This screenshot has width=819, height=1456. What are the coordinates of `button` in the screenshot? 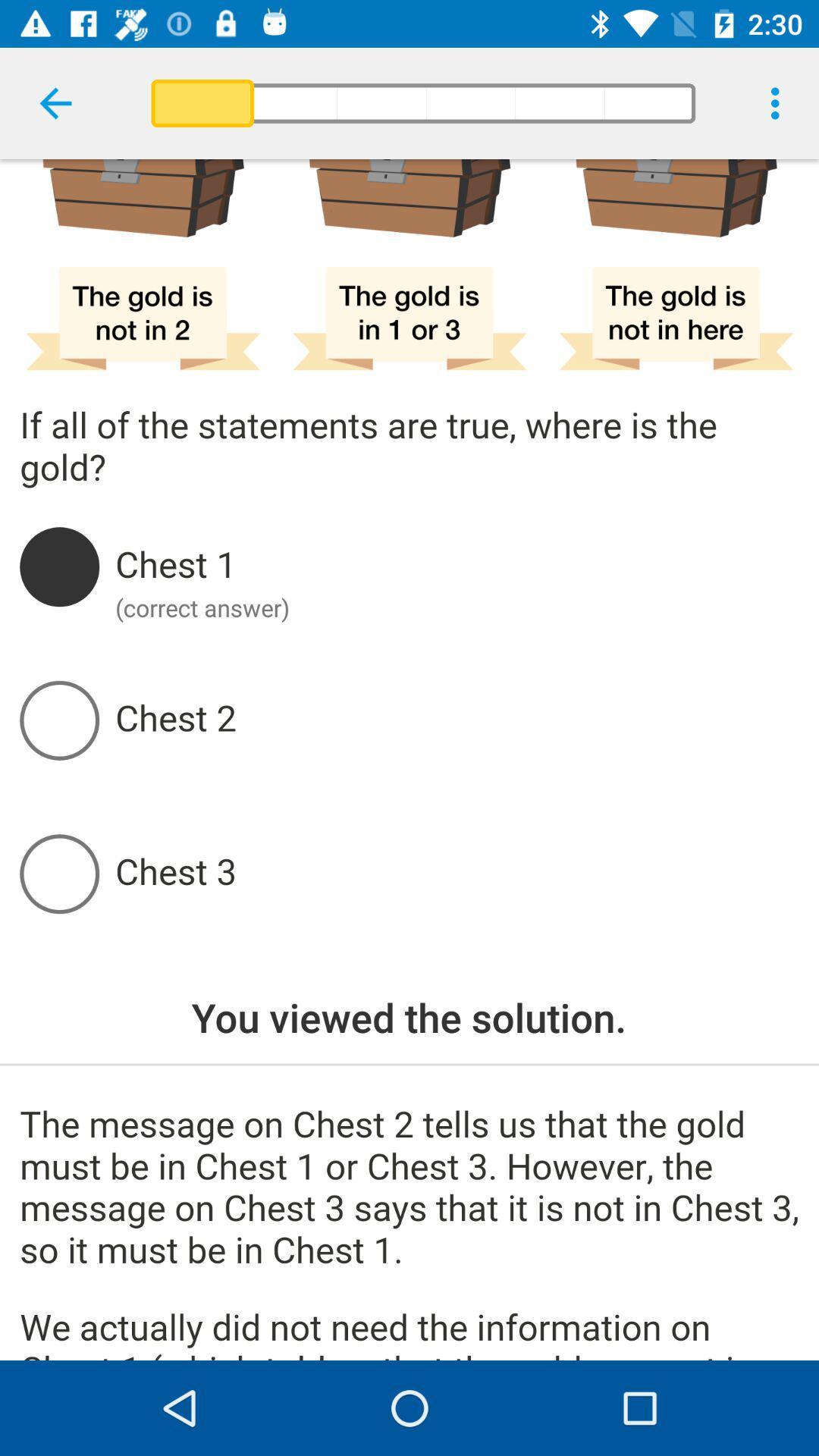 It's located at (456, 719).